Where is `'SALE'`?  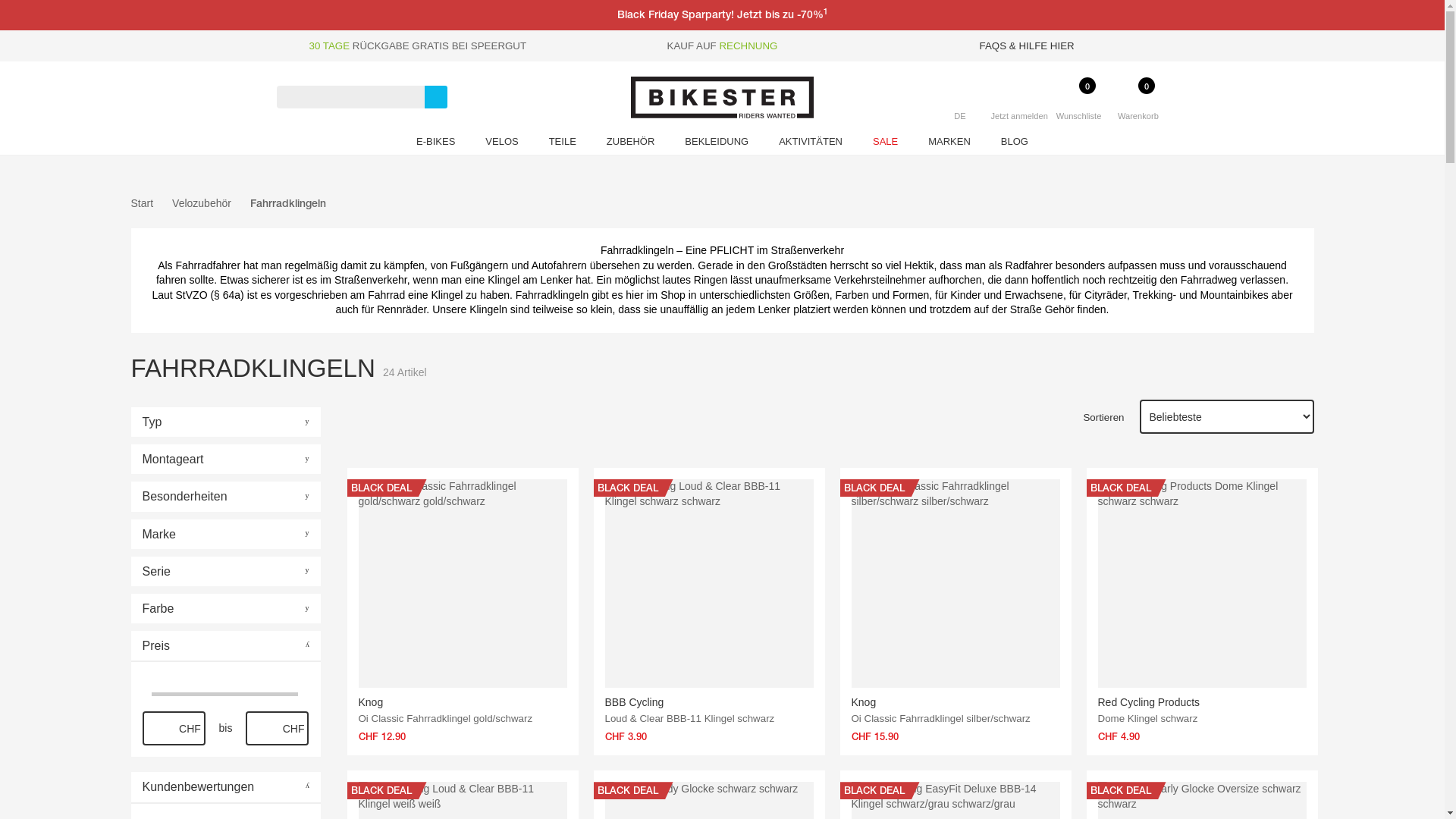 'SALE' is located at coordinates (885, 143).